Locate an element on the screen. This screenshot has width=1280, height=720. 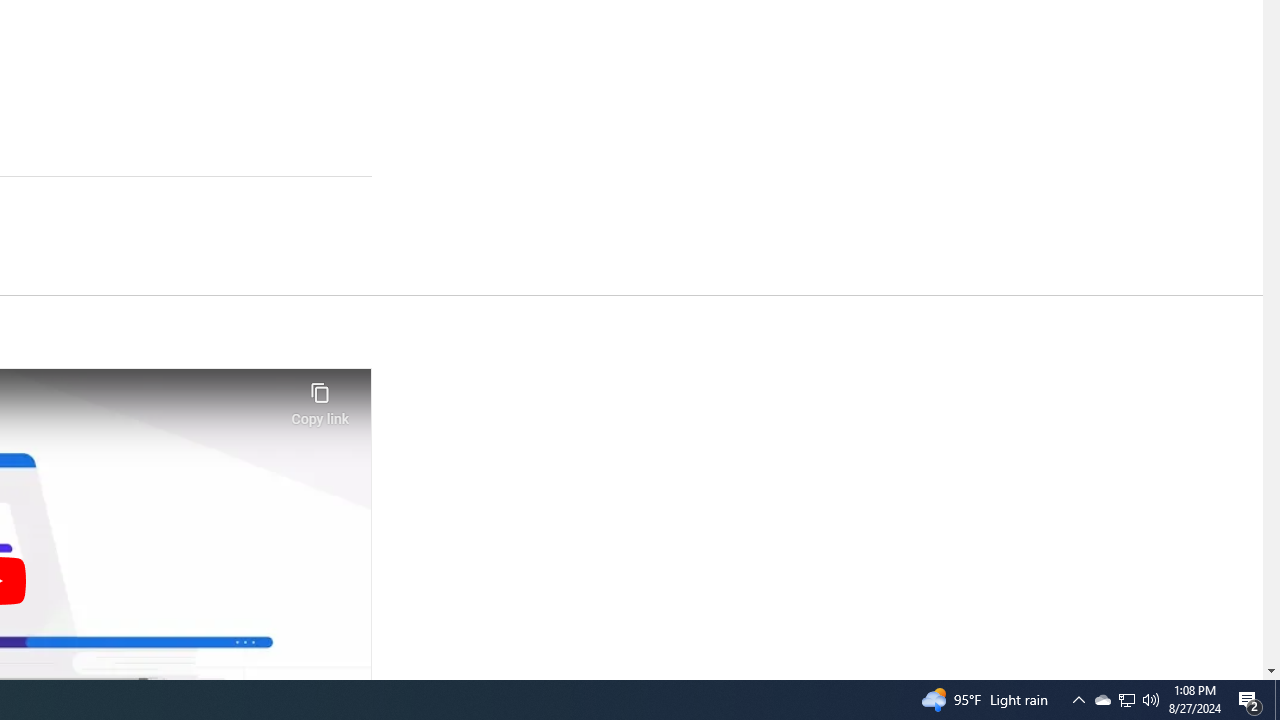
'Copy link' is located at coordinates (320, 398).